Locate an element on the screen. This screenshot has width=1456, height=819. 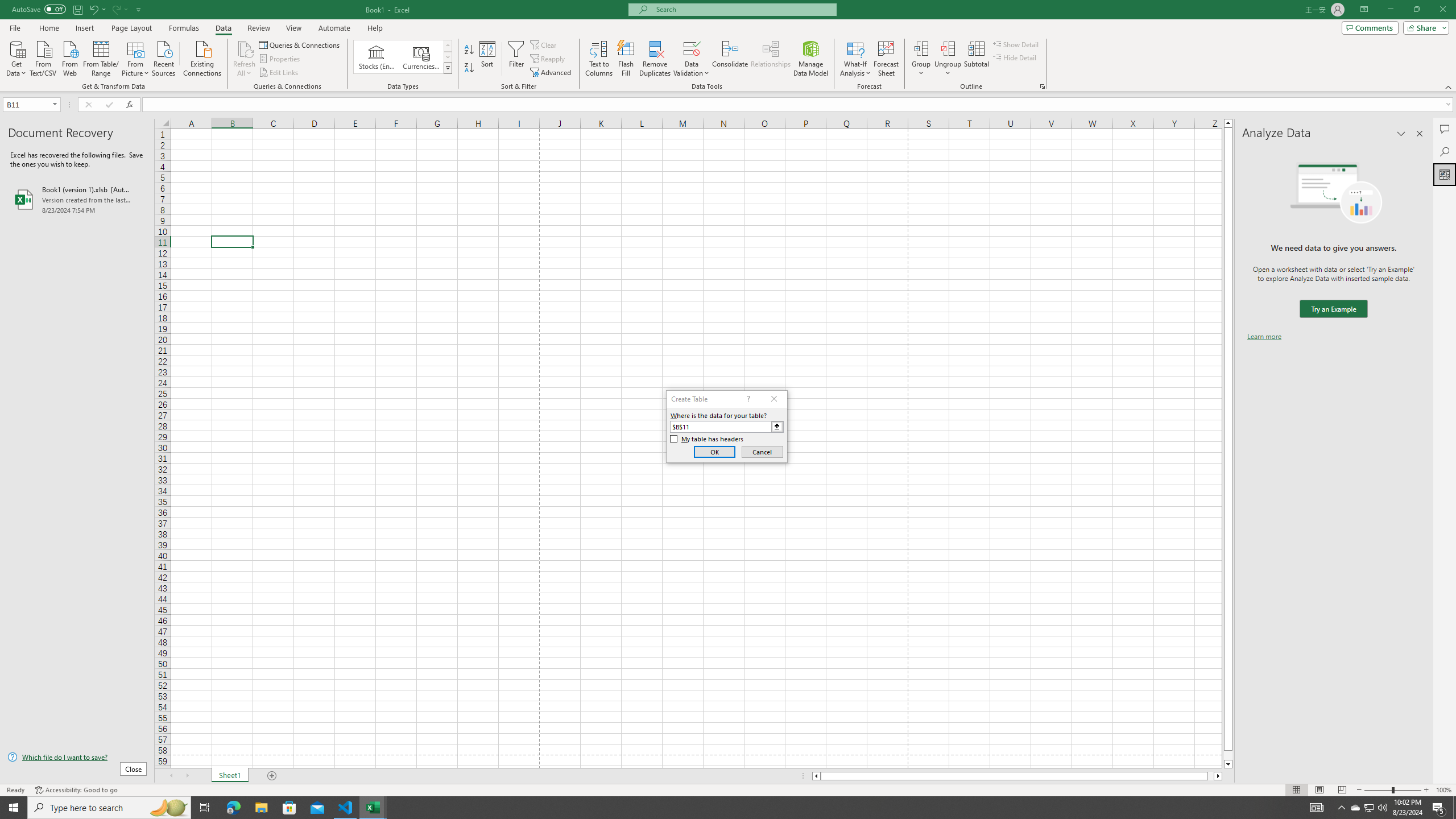
'Relationships' is located at coordinates (770, 59).